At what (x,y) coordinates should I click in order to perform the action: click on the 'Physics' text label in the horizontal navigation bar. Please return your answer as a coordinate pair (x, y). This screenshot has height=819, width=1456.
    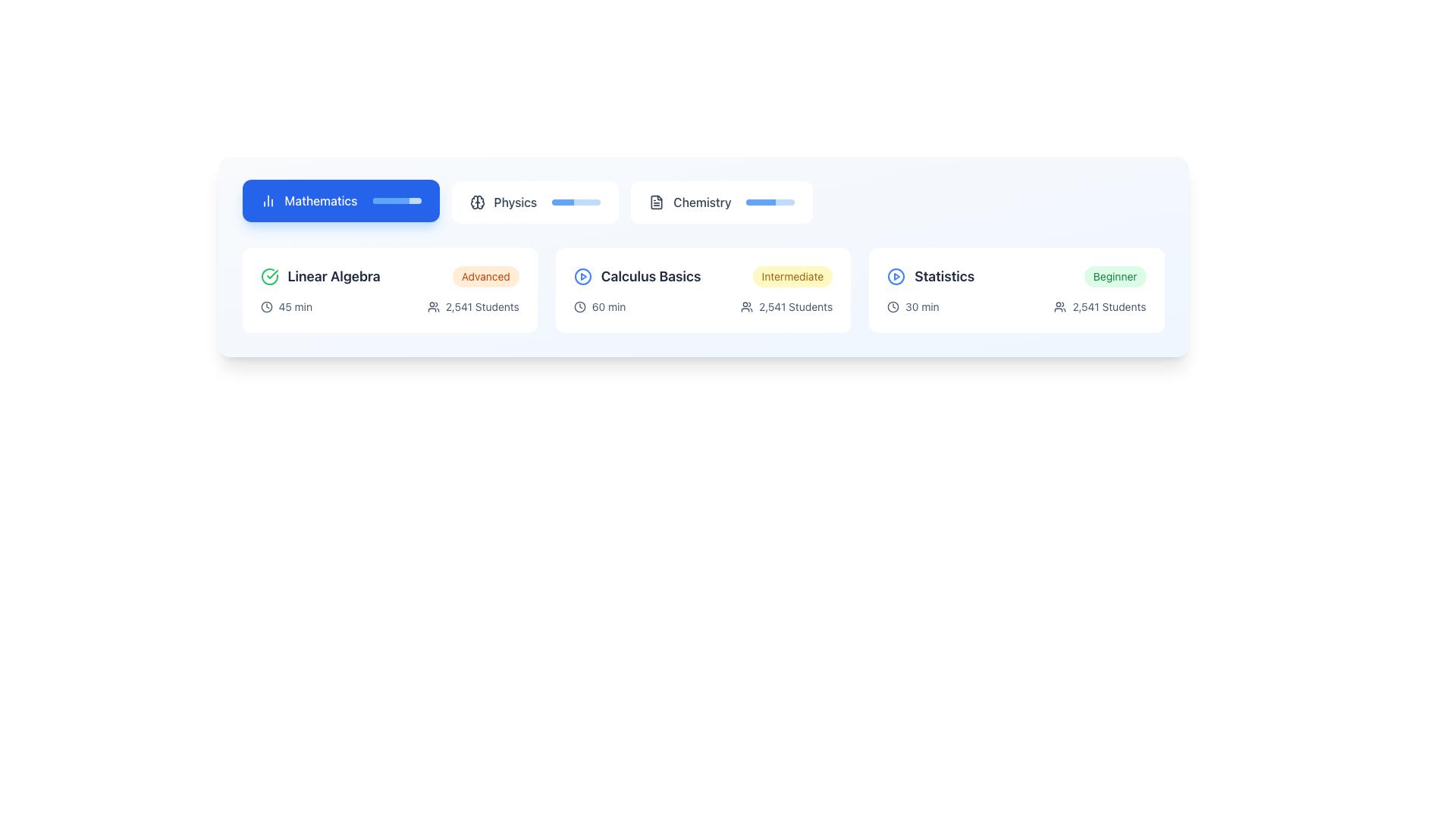
    Looking at the image, I should click on (515, 201).